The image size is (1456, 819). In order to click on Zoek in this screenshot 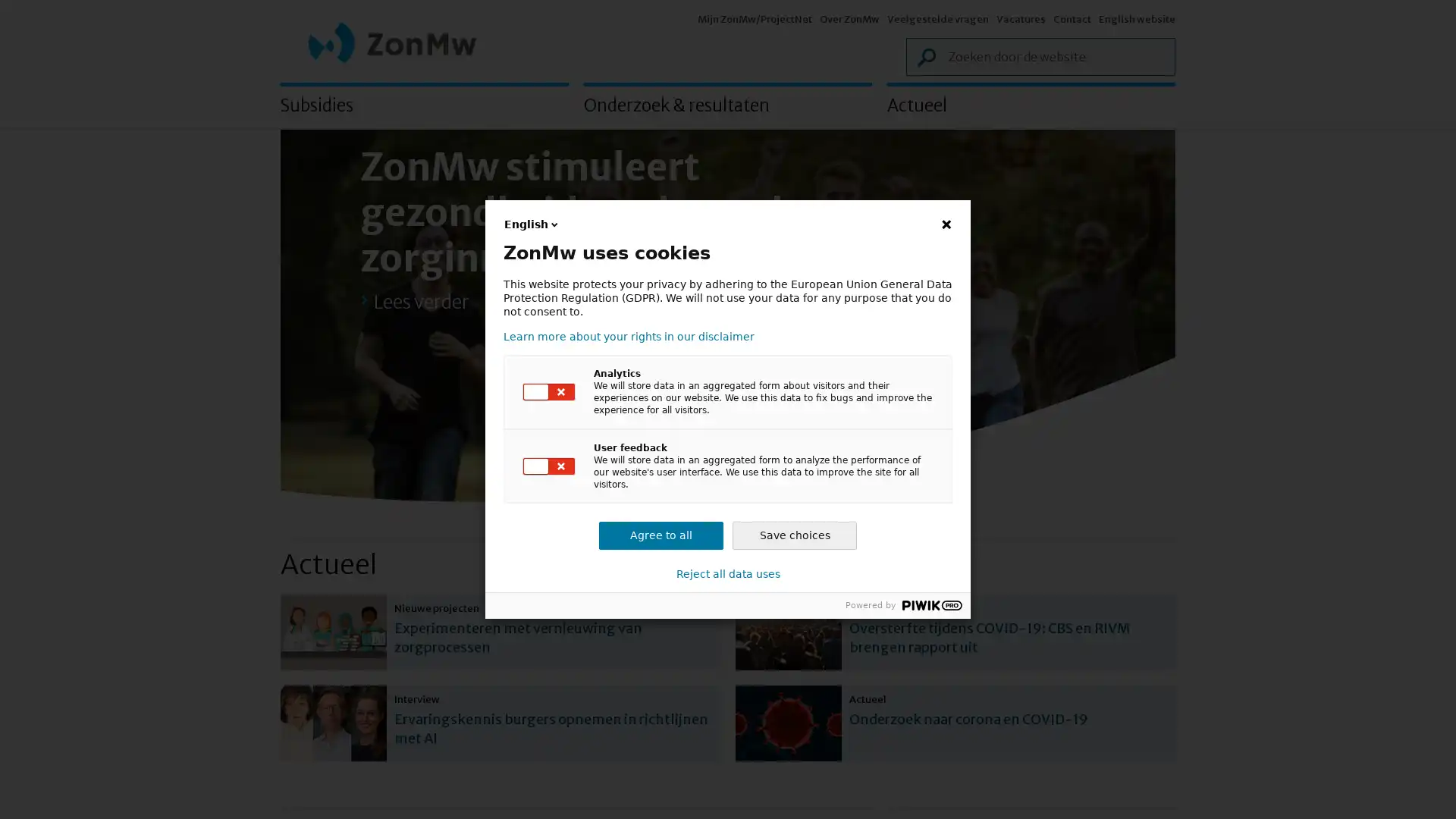, I will do `click(1165, 57)`.